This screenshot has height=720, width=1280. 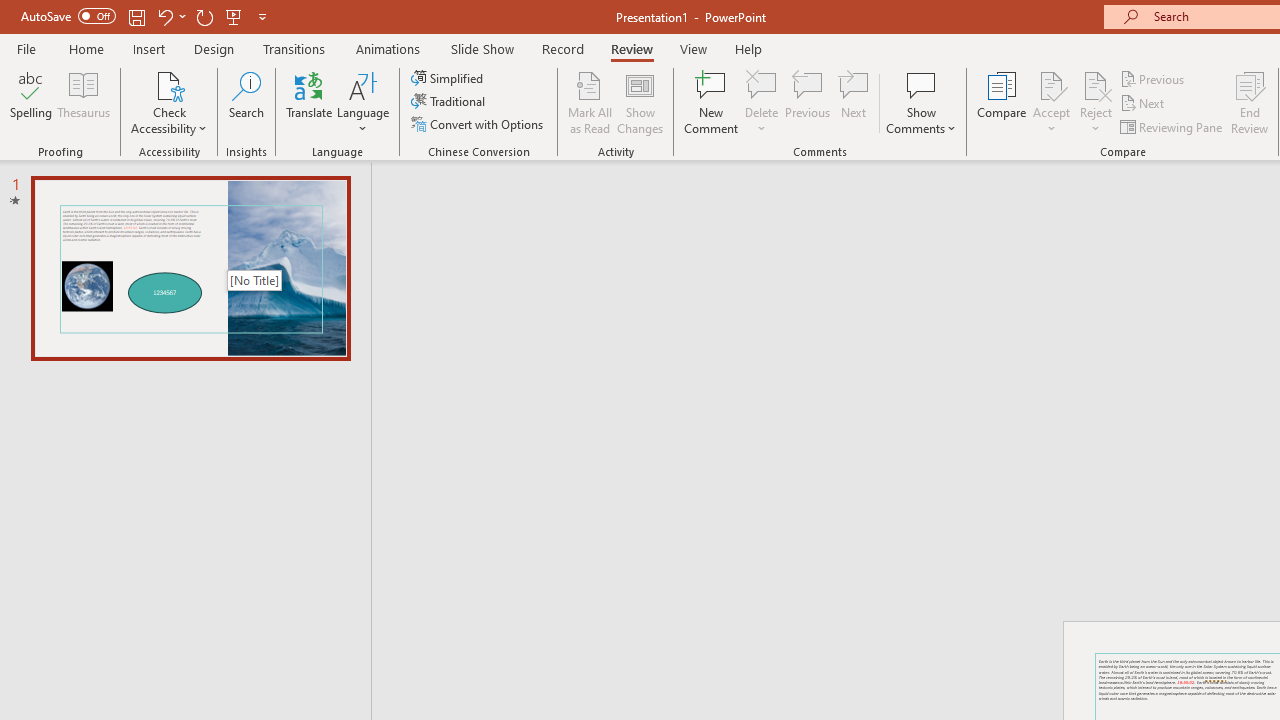 What do you see at coordinates (82, 103) in the screenshot?
I see `'Thesaurus...'` at bounding box center [82, 103].